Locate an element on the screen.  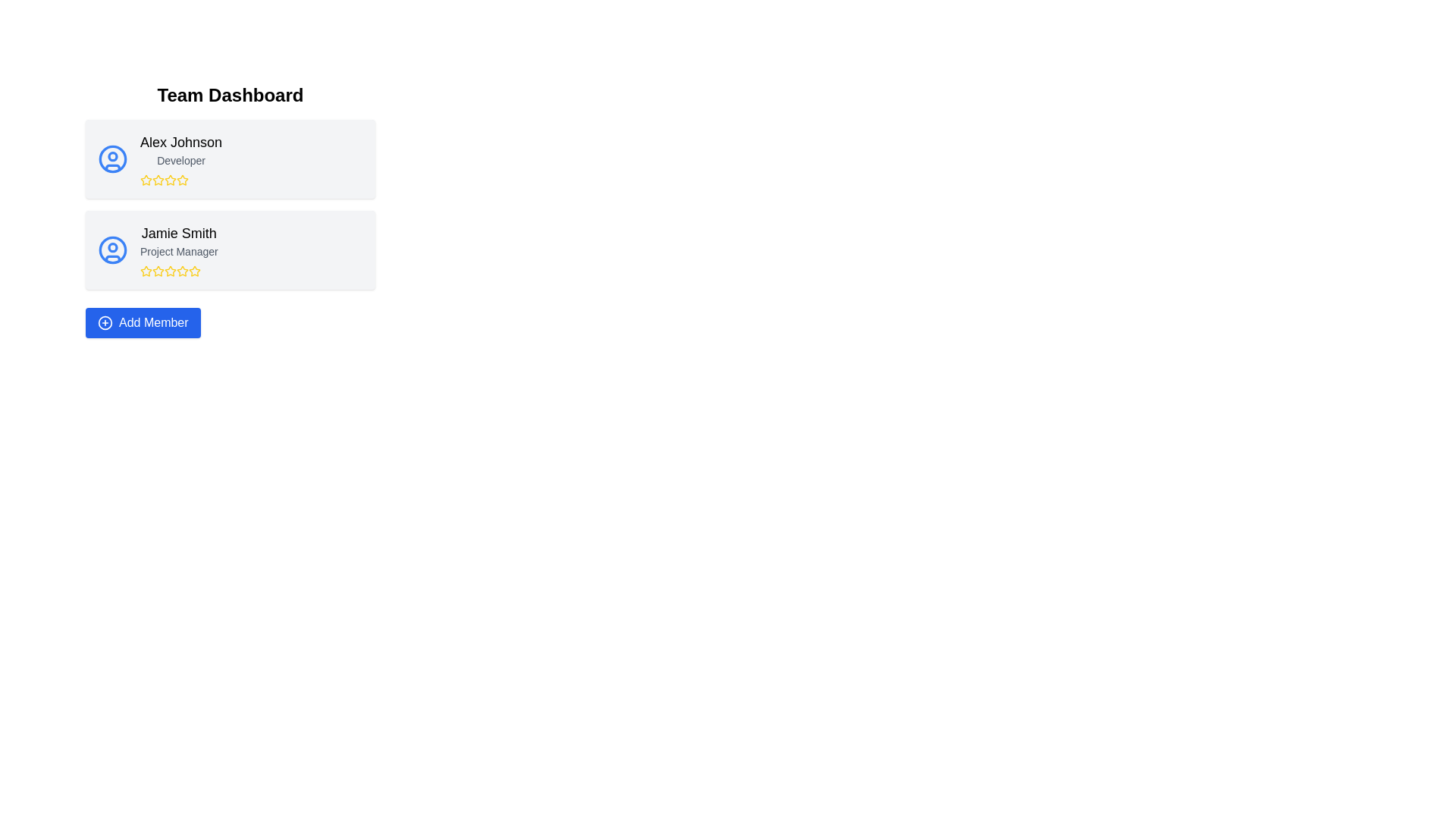
the fourth star rating icon representing 'Alex Johnson' is located at coordinates (171, 180).